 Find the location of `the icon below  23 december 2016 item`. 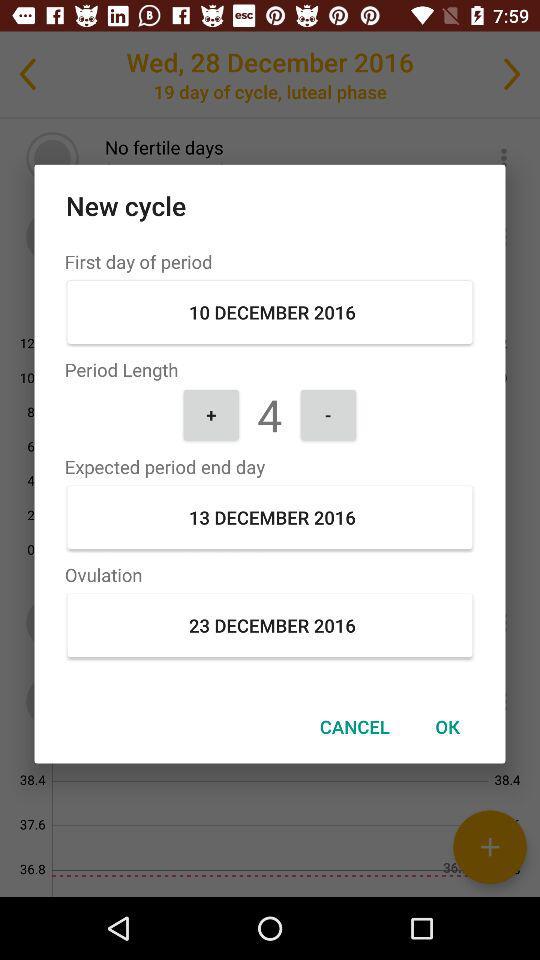

the icon below  23 december 2016 item is located at coordinates (447, 725).